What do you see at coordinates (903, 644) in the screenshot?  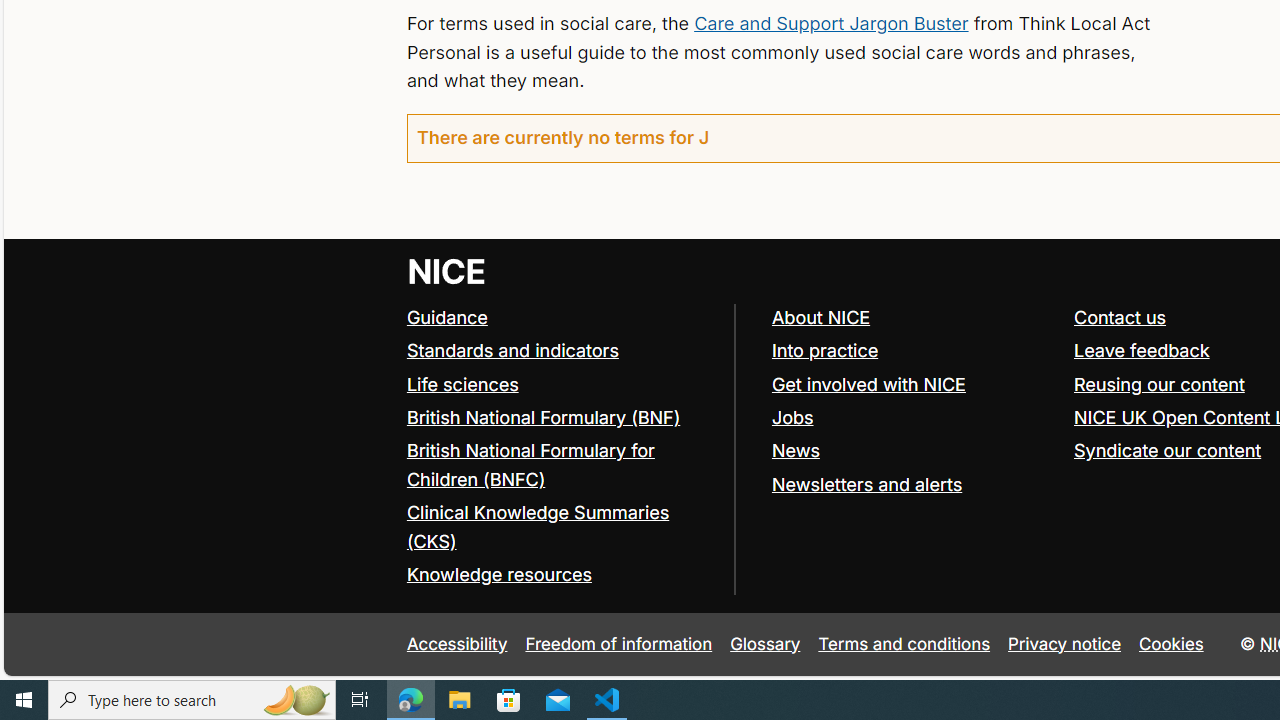 I see `'Terms and conditions'` at bounding box center [903, 644].